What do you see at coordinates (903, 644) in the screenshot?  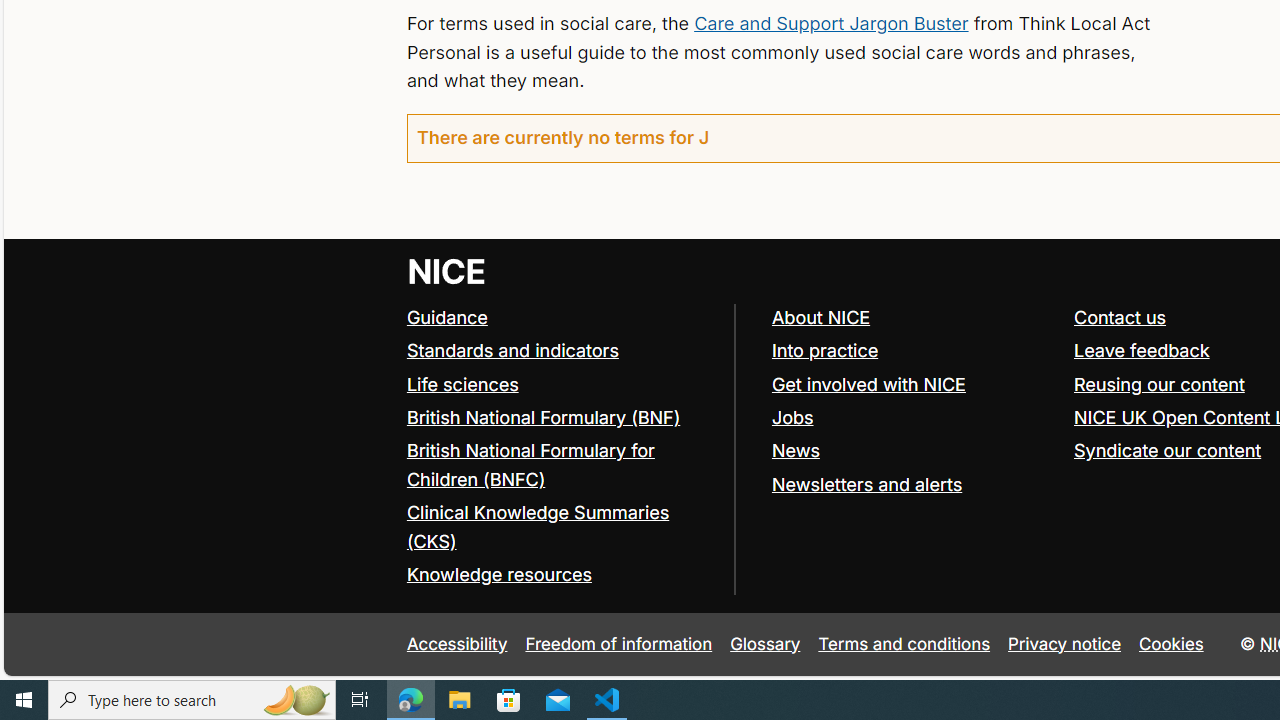 I see `'Terms and conditions'` at bounding box center [903, 644].